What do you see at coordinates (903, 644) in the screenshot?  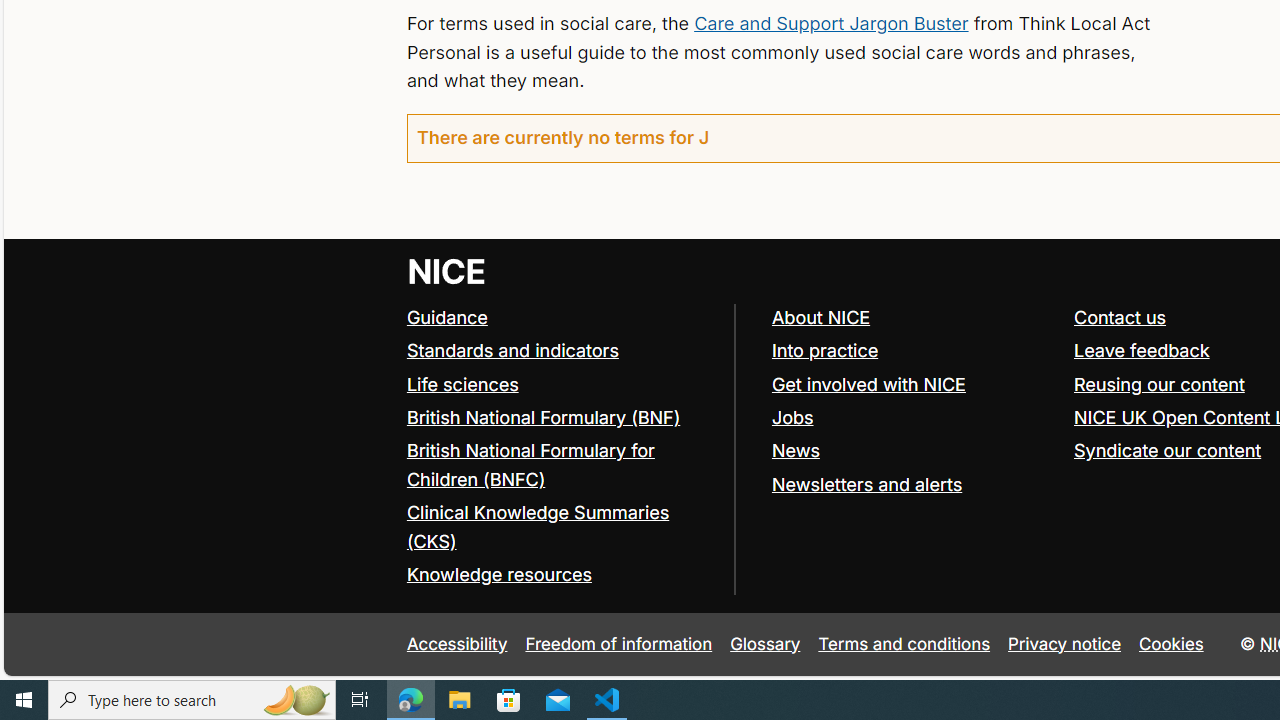 I see `'Terms and conditions'` at bounding box center [903, 644].